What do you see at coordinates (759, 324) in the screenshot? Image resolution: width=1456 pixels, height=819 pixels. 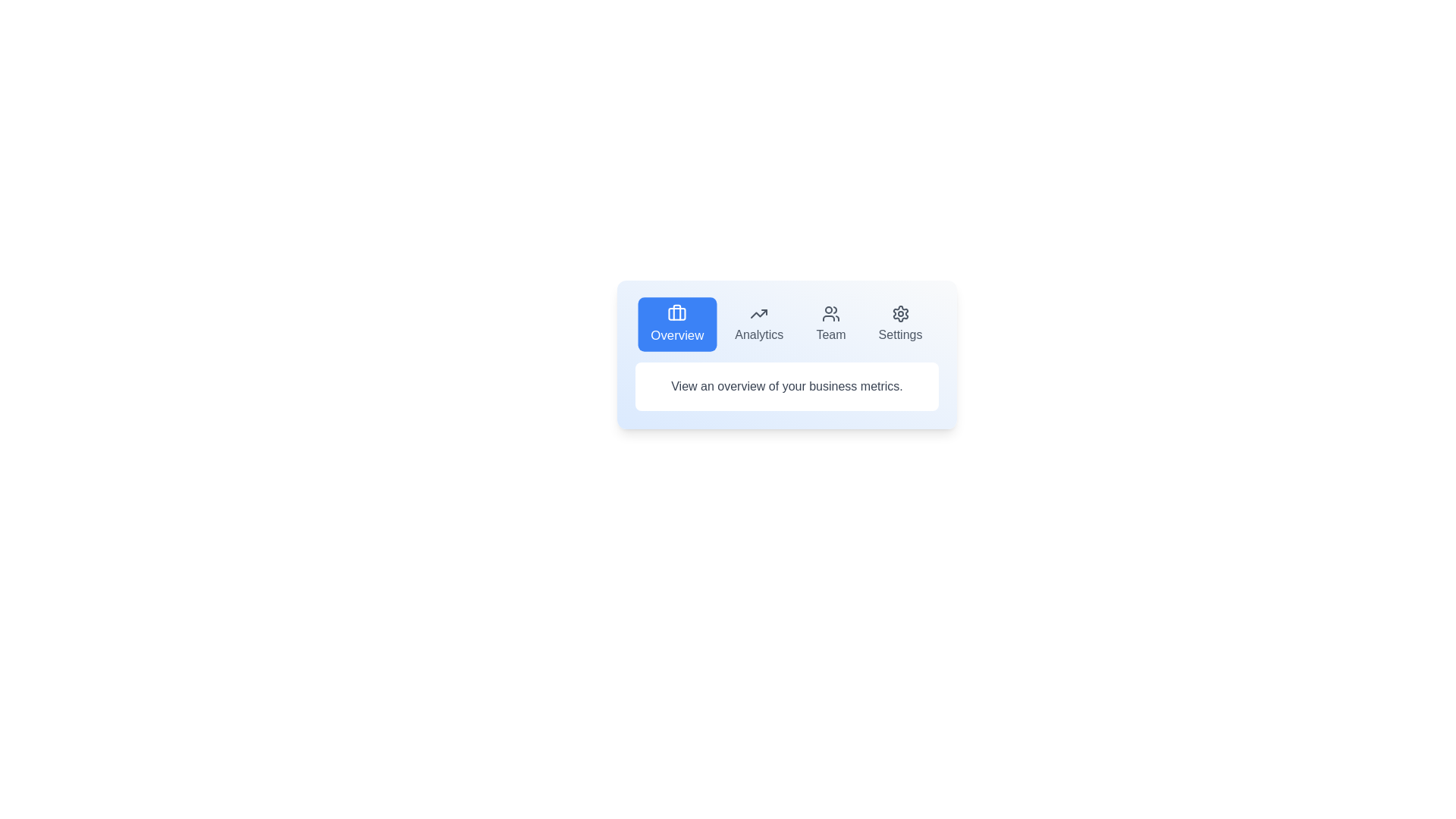 I see `the Analytics tab by clicking on its button` at bounding box center [759, 324].